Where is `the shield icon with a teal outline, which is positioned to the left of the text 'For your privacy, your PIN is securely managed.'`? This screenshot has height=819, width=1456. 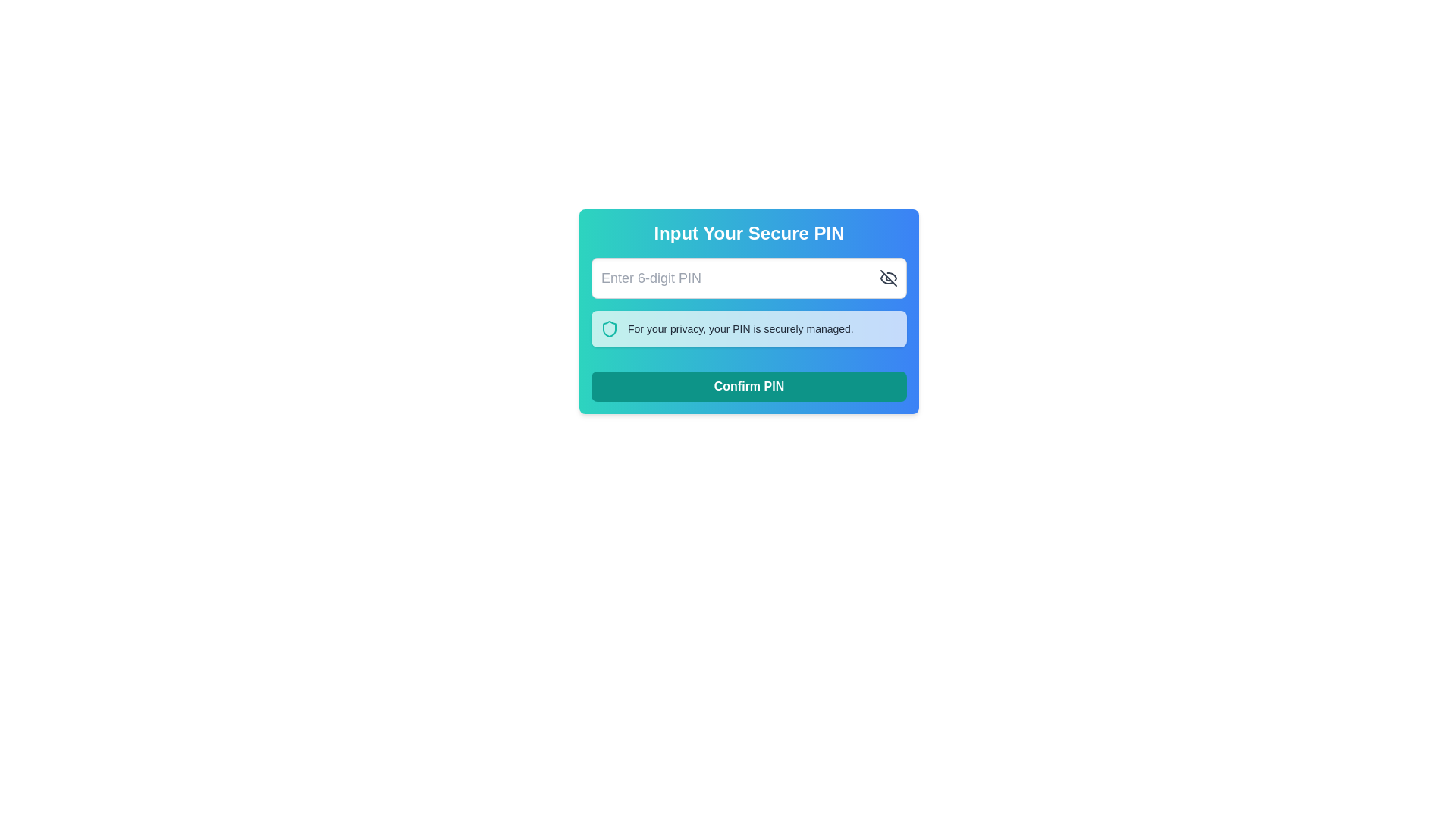 the shield icon with a teal outline, which is positioned to the left of the text 'For your privacy, your PIN is securely managed.' is located at coordinates (610, 328).